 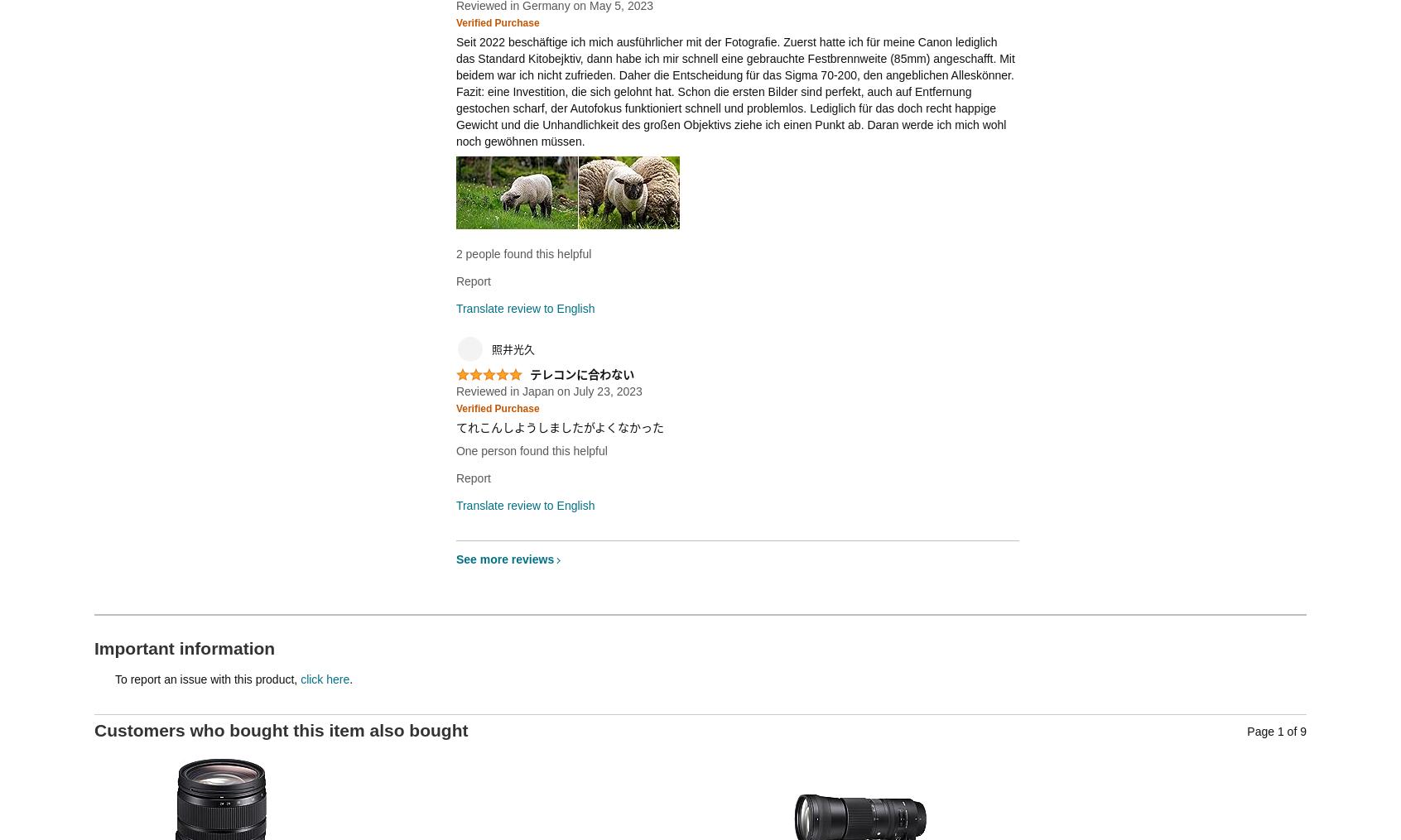 I want to click on '9', so click(x=1302, y=730).